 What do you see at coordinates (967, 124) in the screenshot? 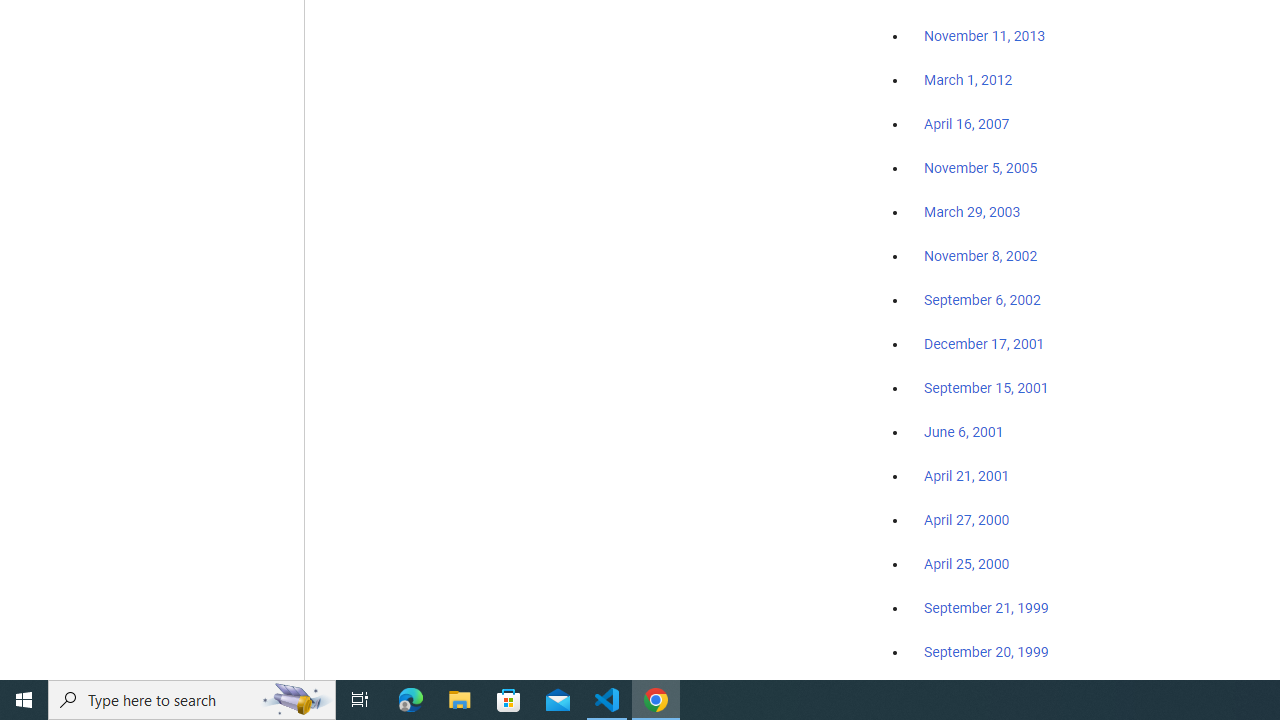
I see `'April 16, 2007'` at bounding box center [967, 124].